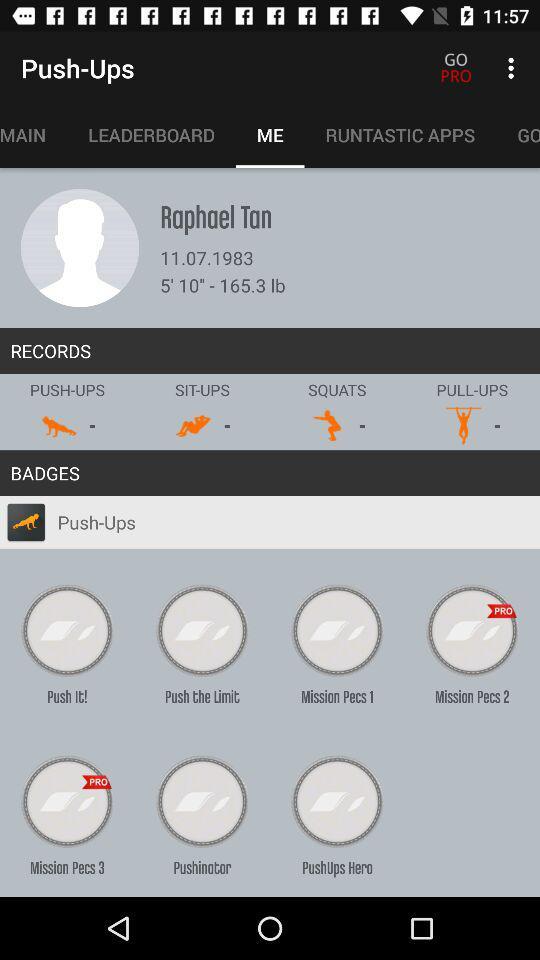 The width and height of the screenshot is (540, 960). I want to click on avatar, so click(79, 247).